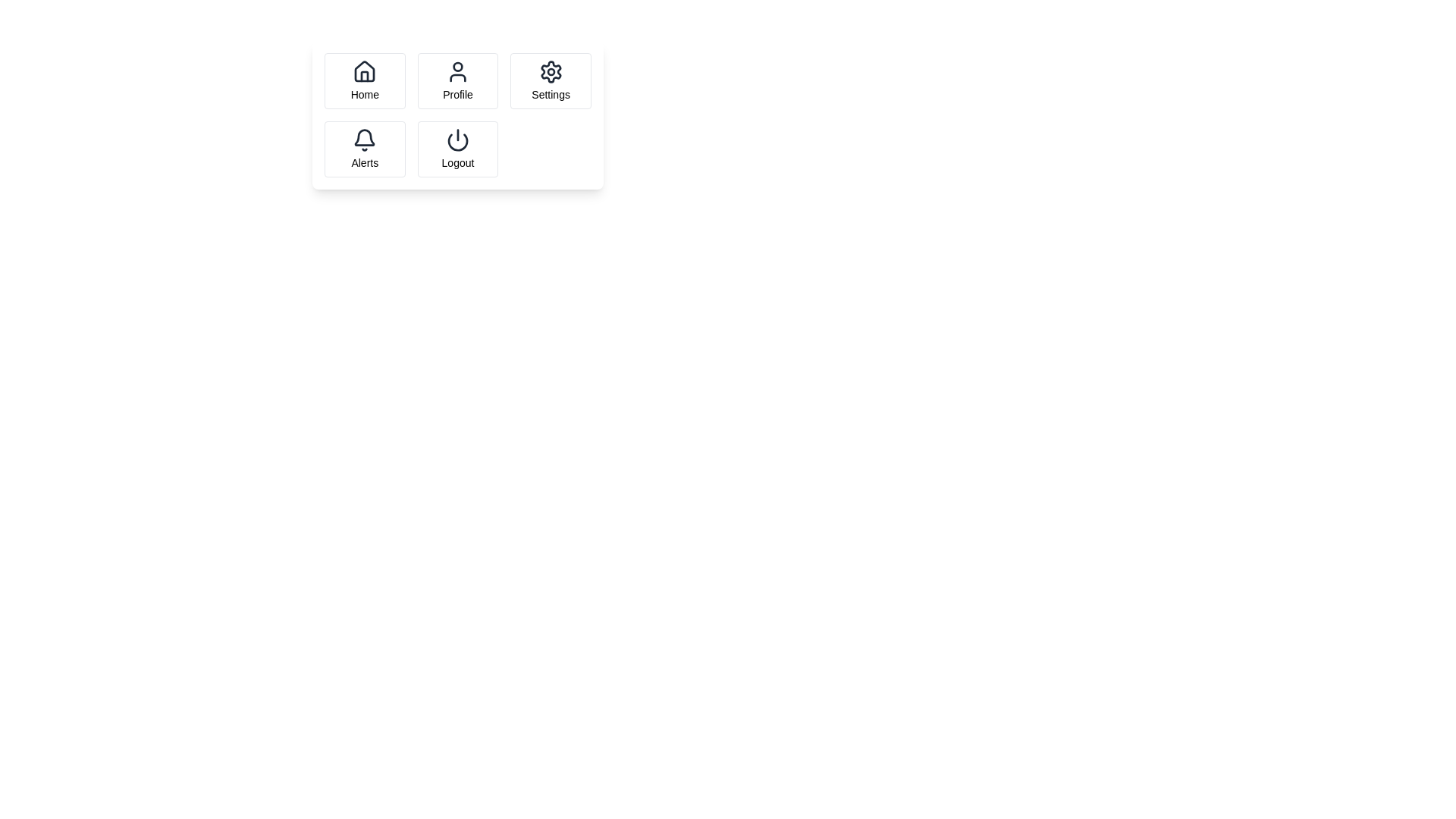 This screenshot has height=819, width=1456. Describe the element at coordinates (457, 72) in the screenshot. I see `the user icon, which is a simple silhouette of a person with rounded edges` at that location.